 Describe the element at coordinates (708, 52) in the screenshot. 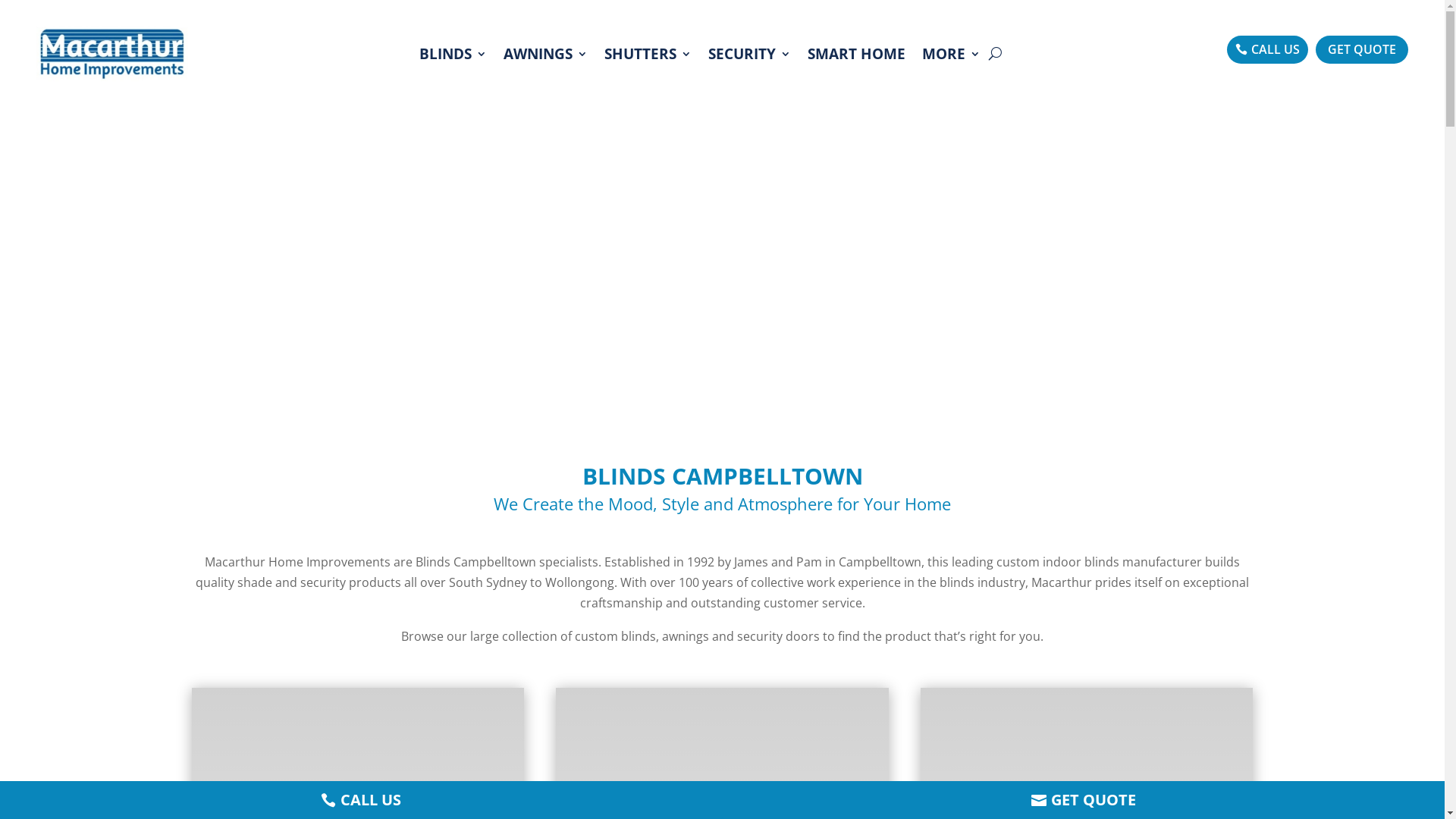

I see `'SECURITY'` at that location.